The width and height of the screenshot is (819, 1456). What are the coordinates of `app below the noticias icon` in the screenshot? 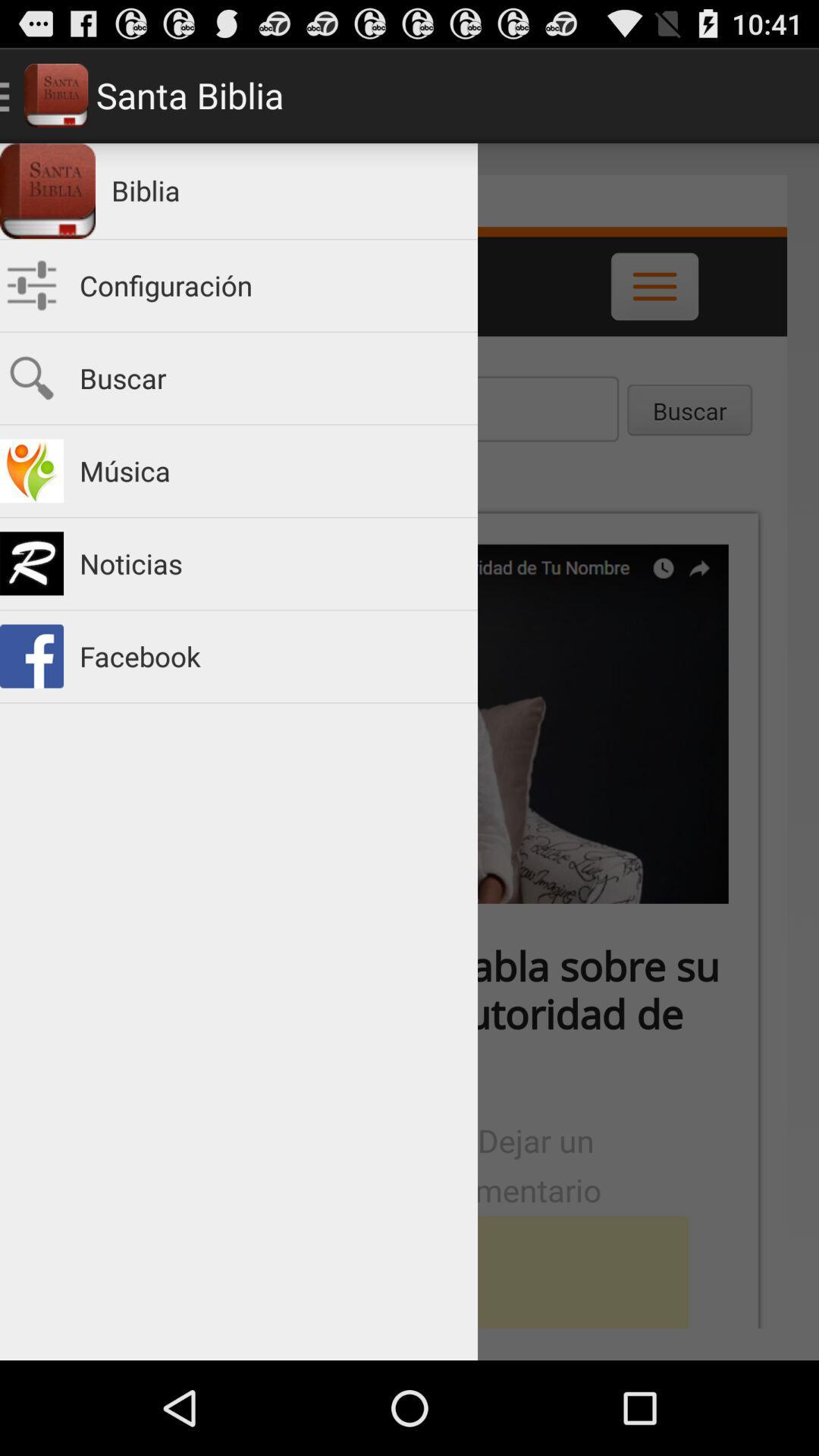 It's located at (270, 656).